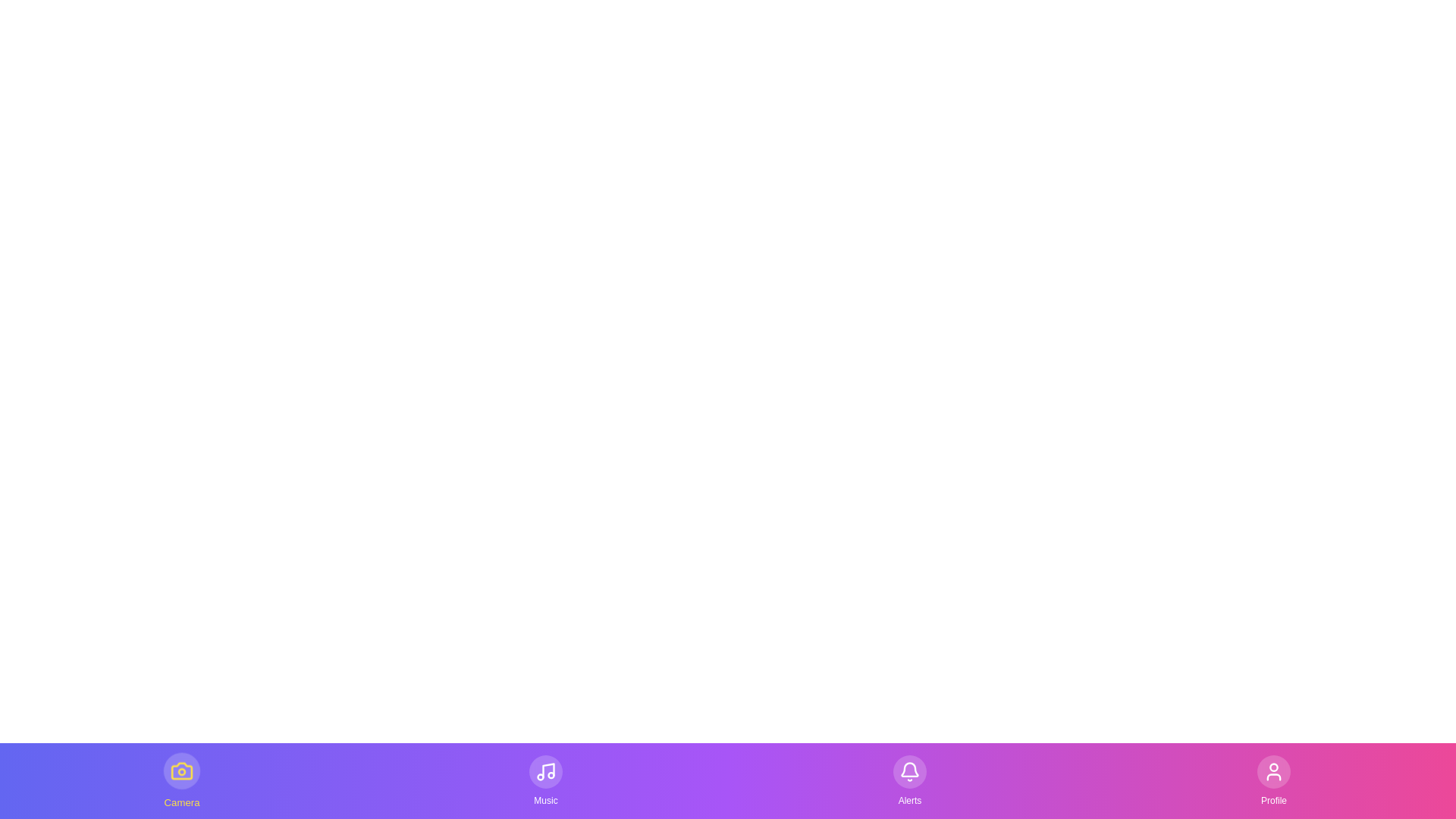 The image size is (1456, 819). I want to click on the Camera tab to observe its hover effect, so click(182, 780).